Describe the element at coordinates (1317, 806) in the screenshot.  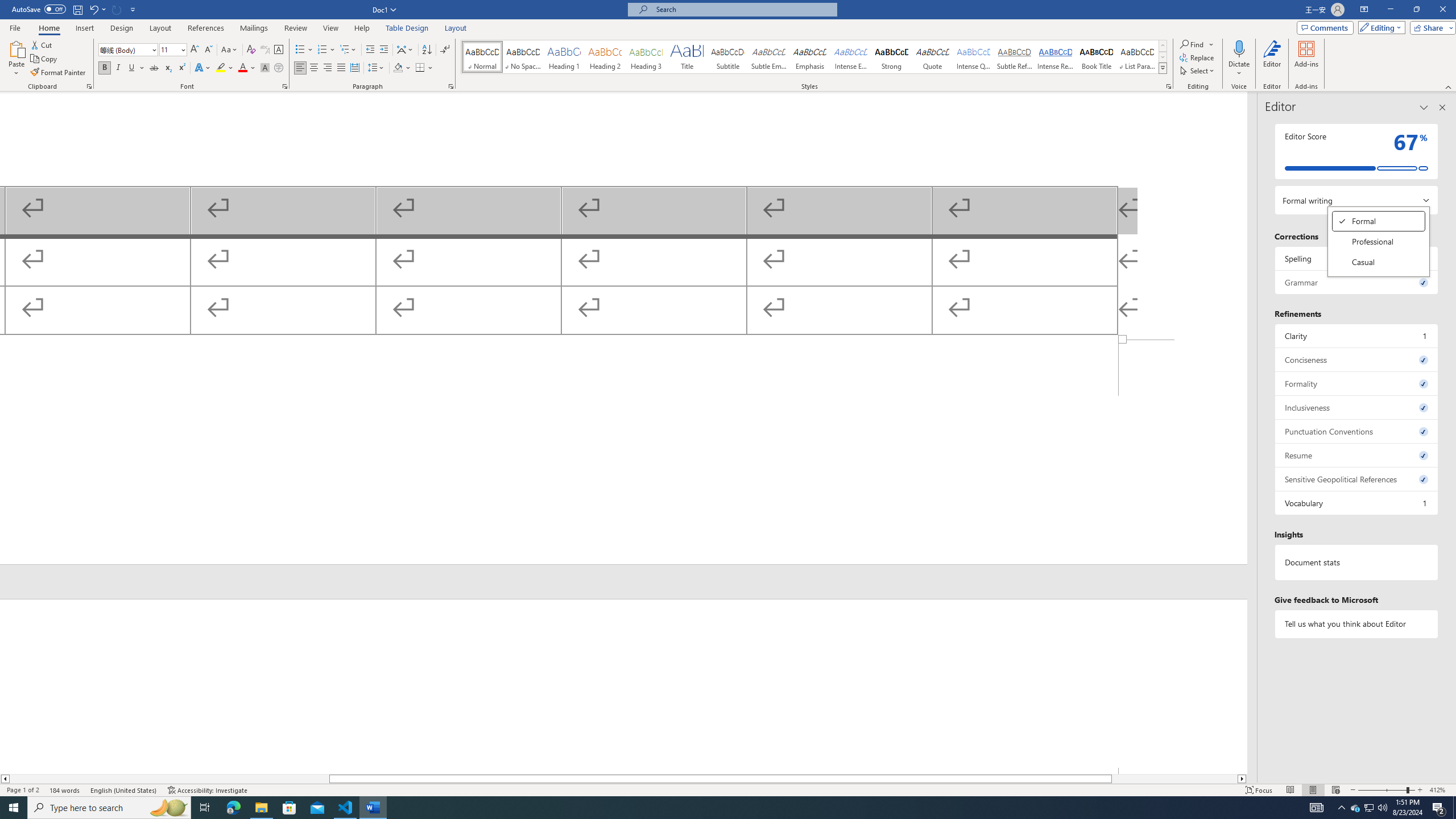
I see `'AutomationID: 4105'` at that location.